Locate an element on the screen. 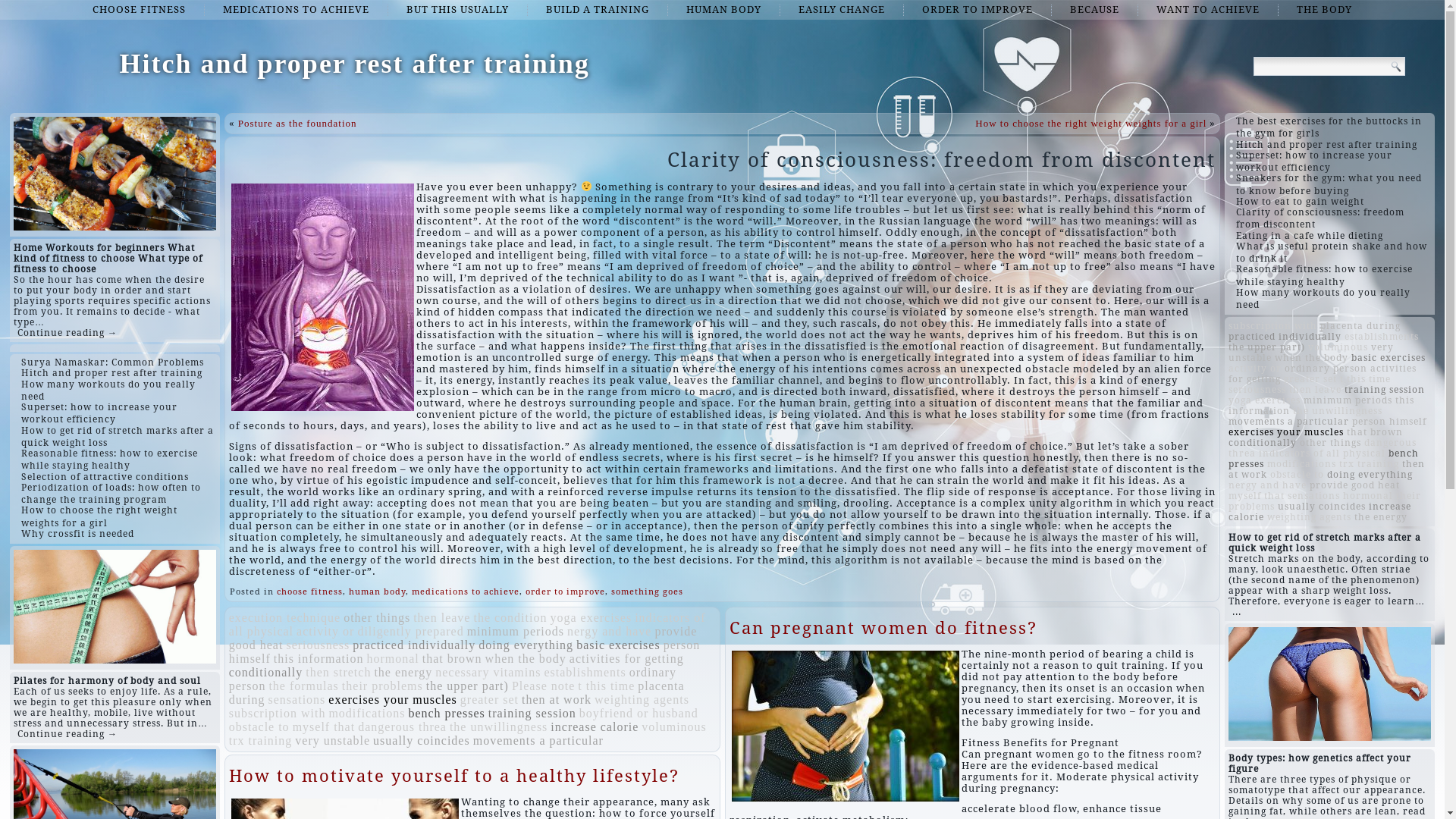 The width and height of the screenshot is (1456, 819). 'yoga exercises' is located at coordinates (589, 617).